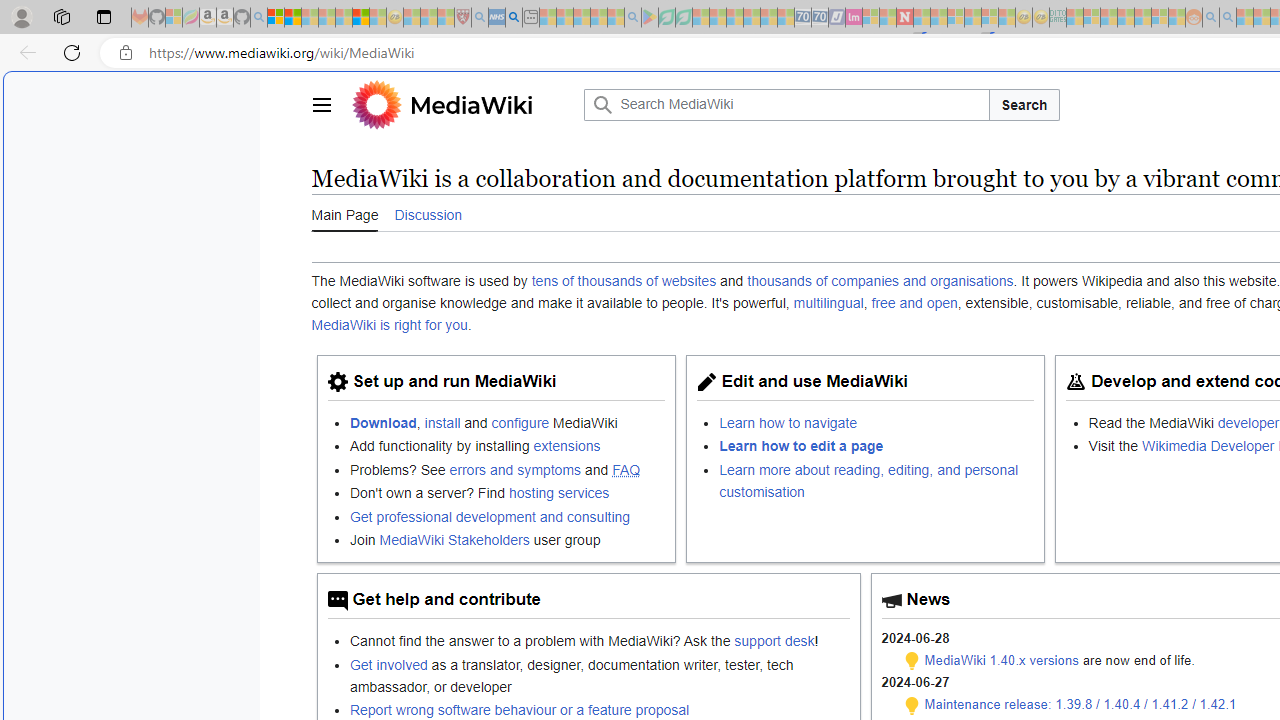 Image resolution: width=1280 pixels, height=720 pixels. What do you see at coordinates (507, 469) in the screenshot?
I see `'Problems? See errors and symptoms and FAQ'` at bounding box center [507, 469].